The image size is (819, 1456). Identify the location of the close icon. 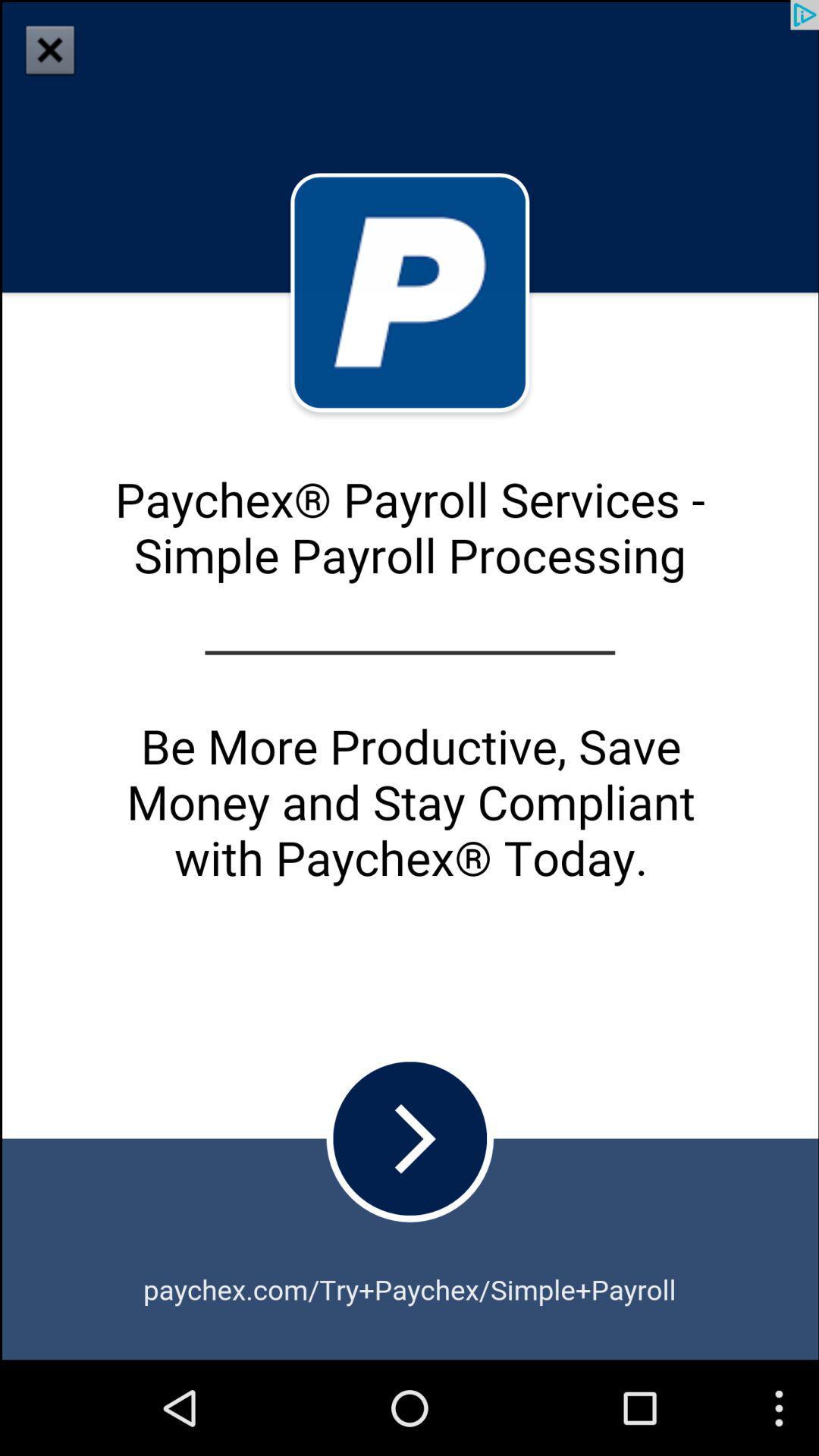
(49, 53).